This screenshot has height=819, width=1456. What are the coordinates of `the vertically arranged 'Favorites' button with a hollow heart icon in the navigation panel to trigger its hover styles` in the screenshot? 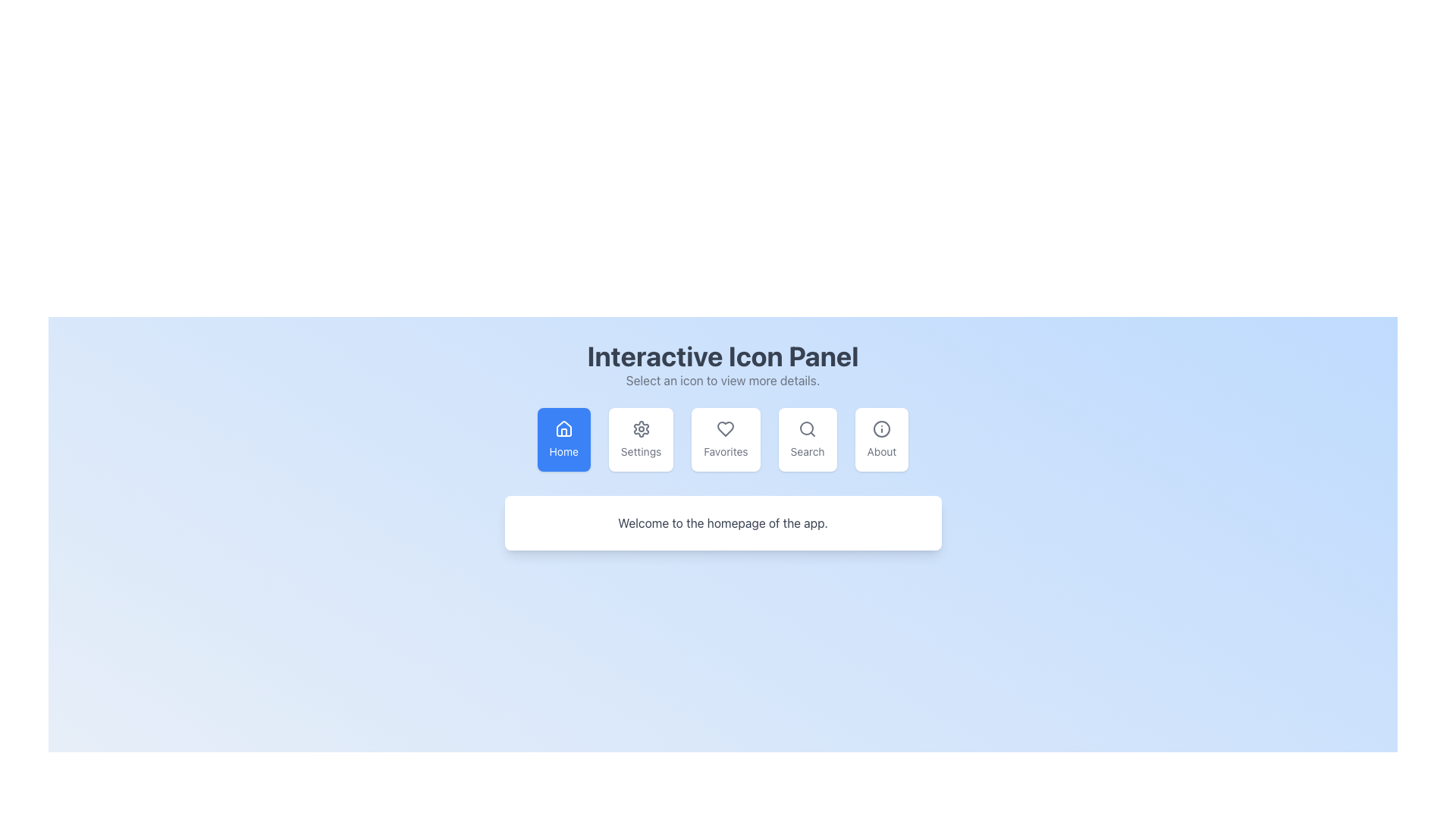 It's located at (725, 439).